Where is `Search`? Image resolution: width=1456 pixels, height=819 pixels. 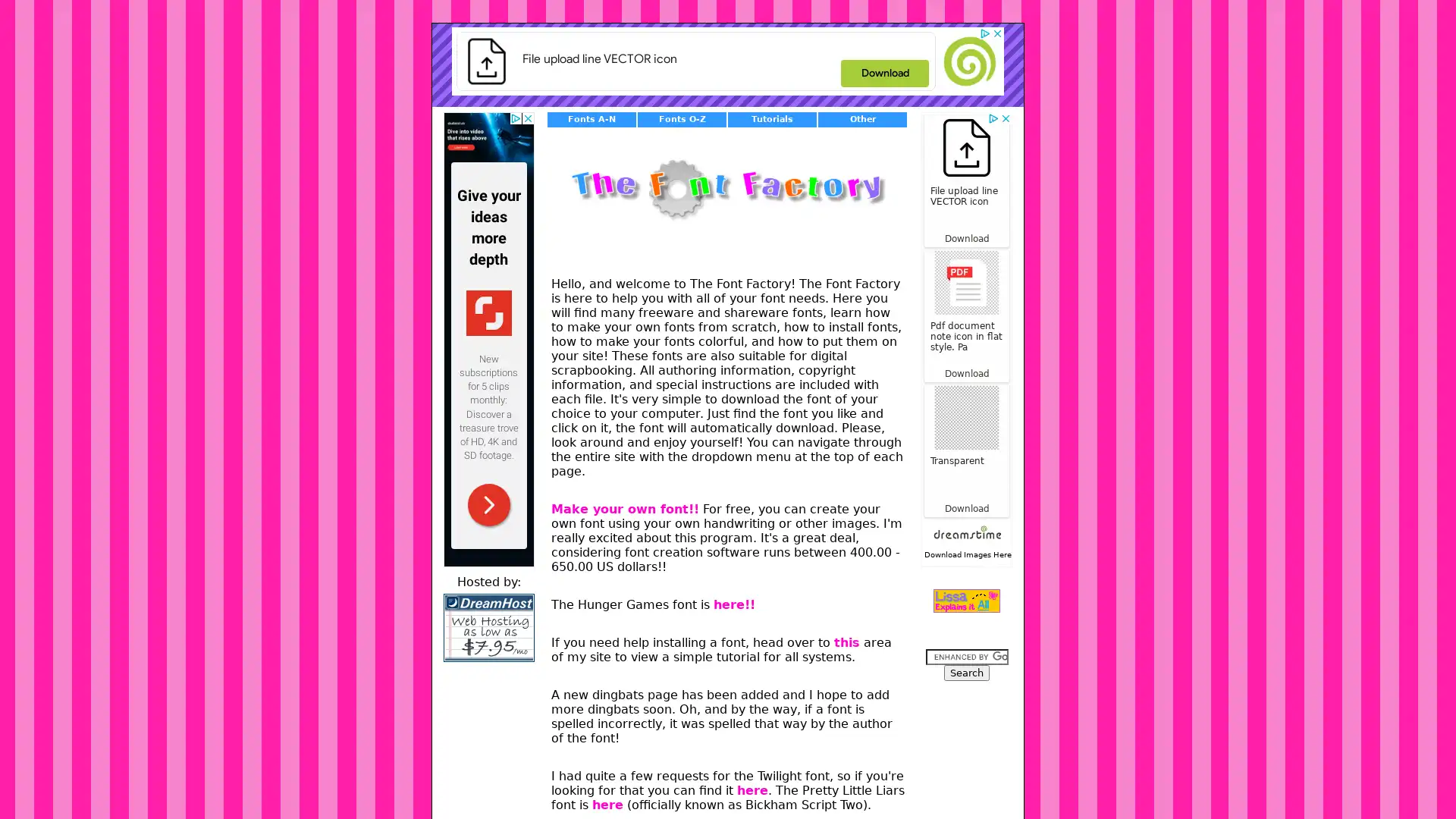
Search is located at coordinates (966, 672).